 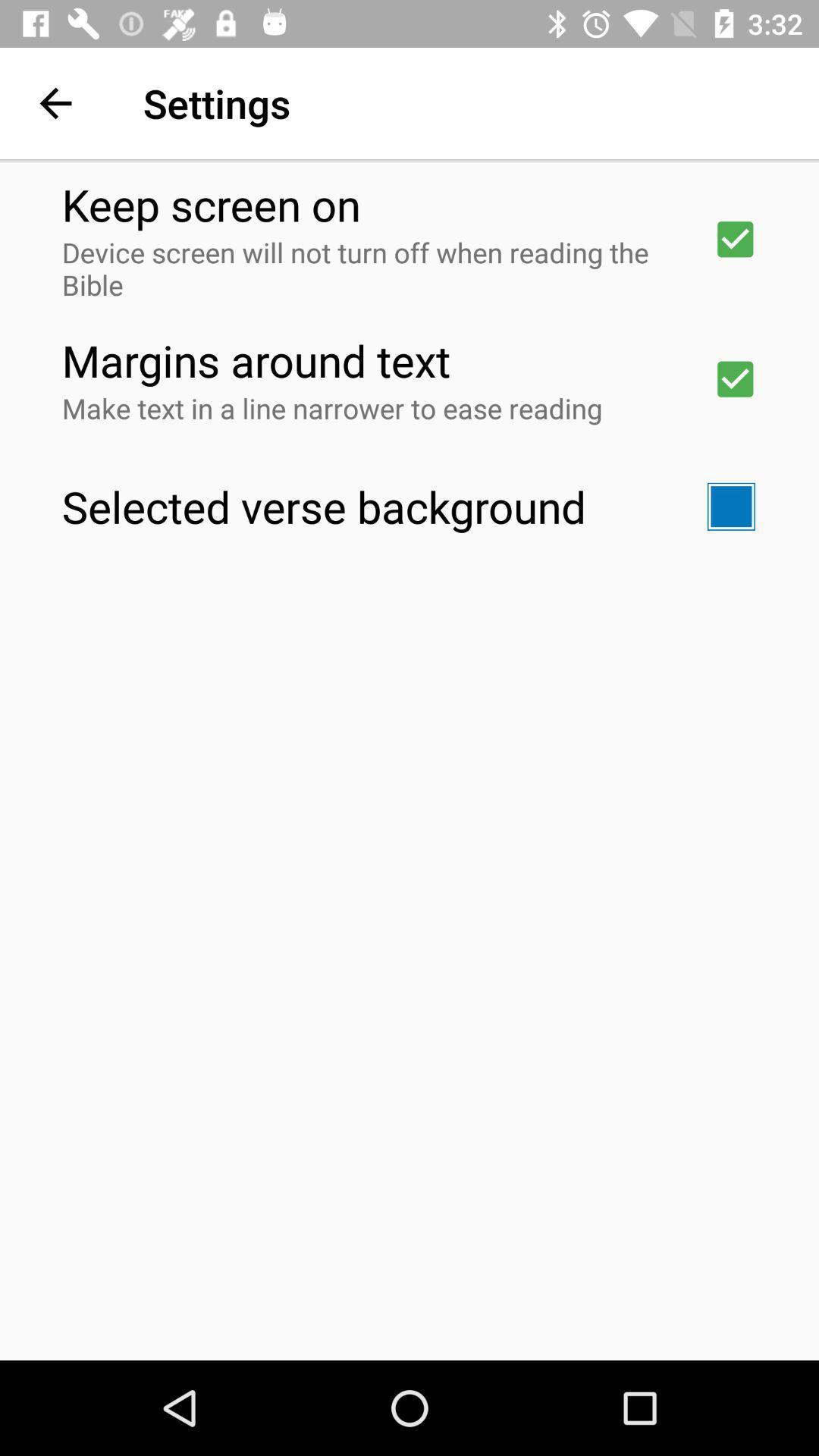 I want to click on the icon to the left of the settings, so click(x=55, y=102).